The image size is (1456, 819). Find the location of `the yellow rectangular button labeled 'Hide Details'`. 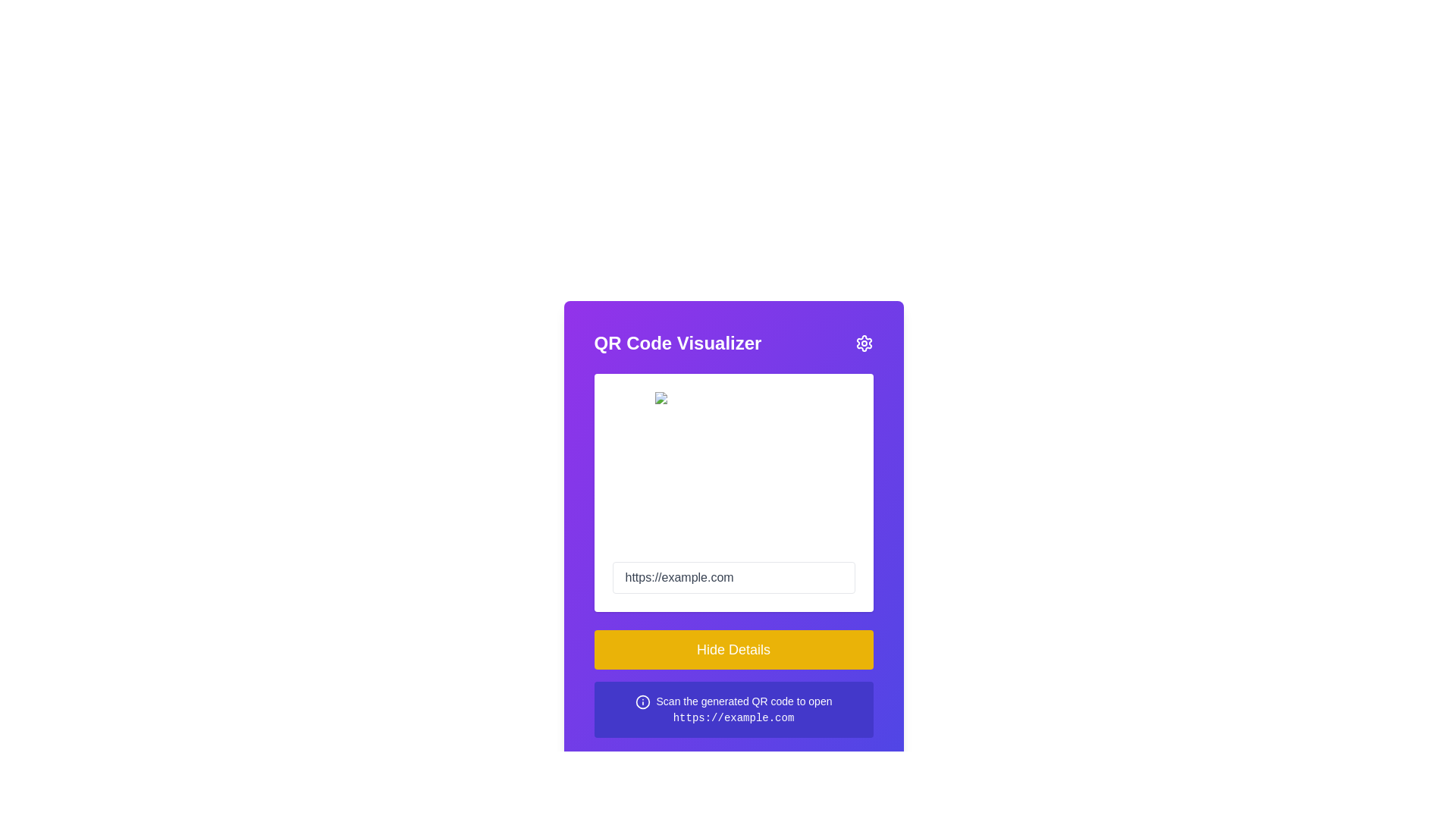

the yellow rectangular button labeled 'Hide Details' is located at coordinates (733, 648).